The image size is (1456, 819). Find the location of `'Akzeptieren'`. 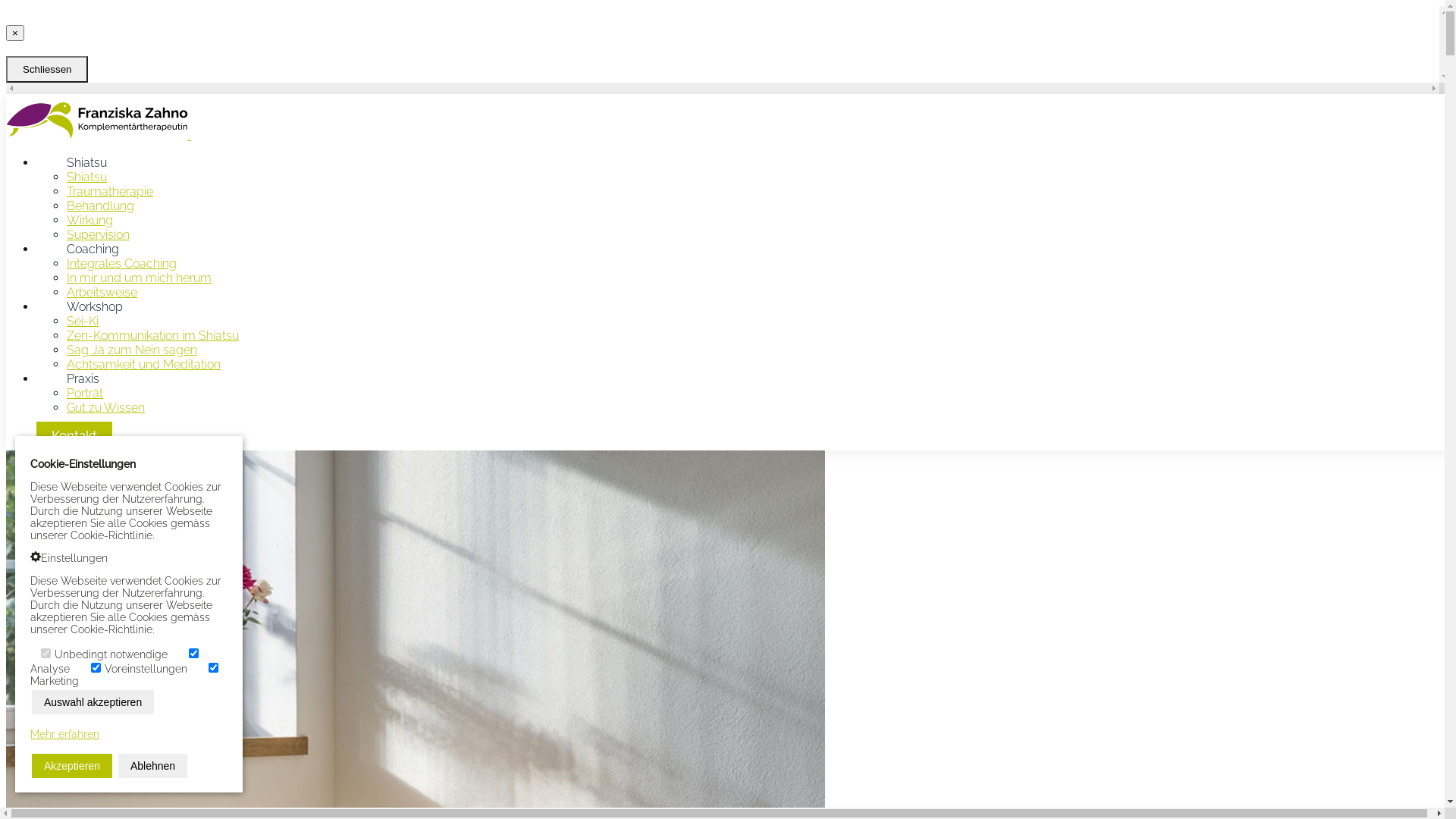

'Akzeptieren' is located at coordinates (71, 766).